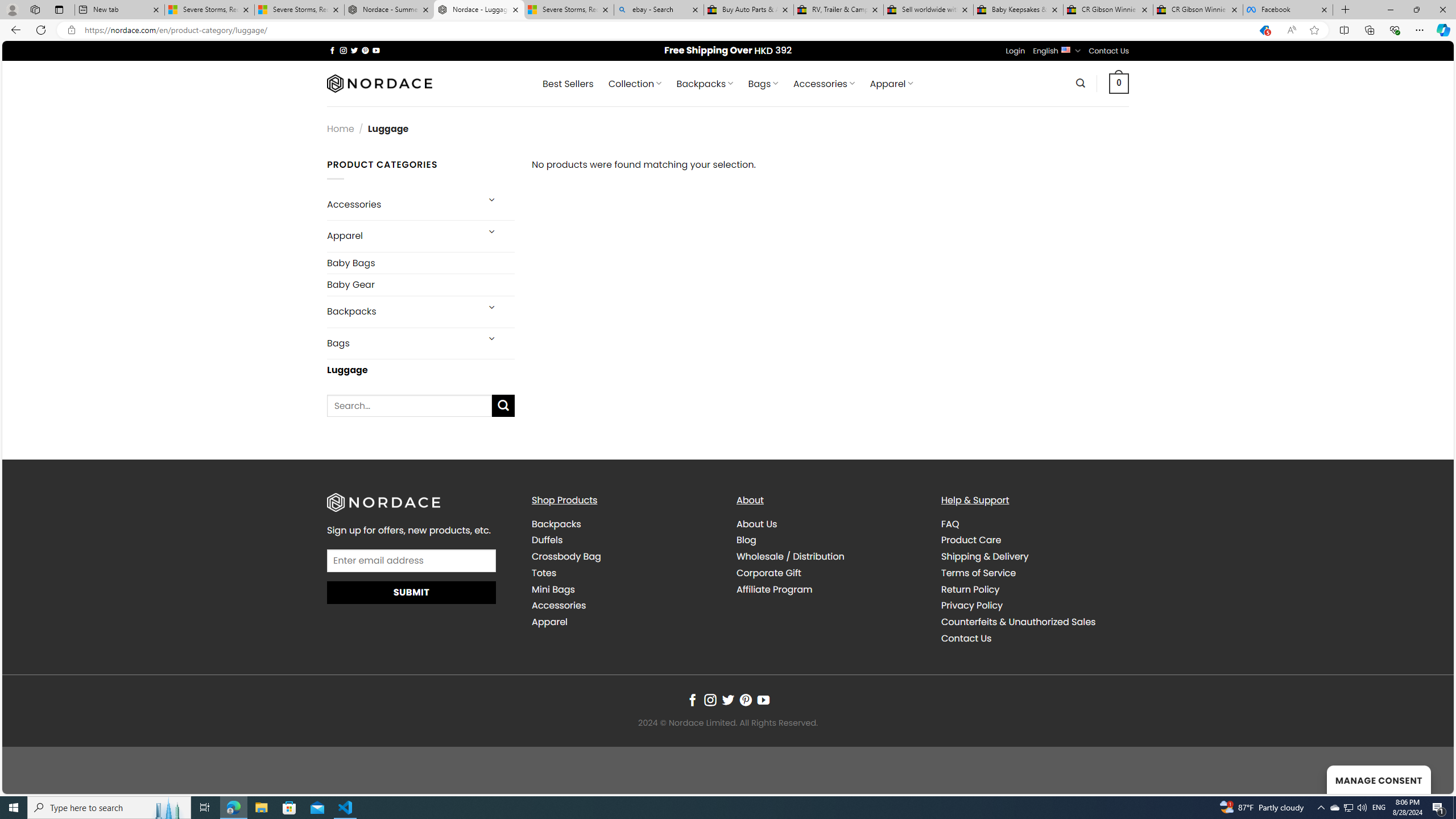 The height and width of the screenshot is (819, 1456). What do you see at coordinates (985, 556) in the screenshot?
I see `'Shipping & Delivery'` at bounding box center [985, 556].